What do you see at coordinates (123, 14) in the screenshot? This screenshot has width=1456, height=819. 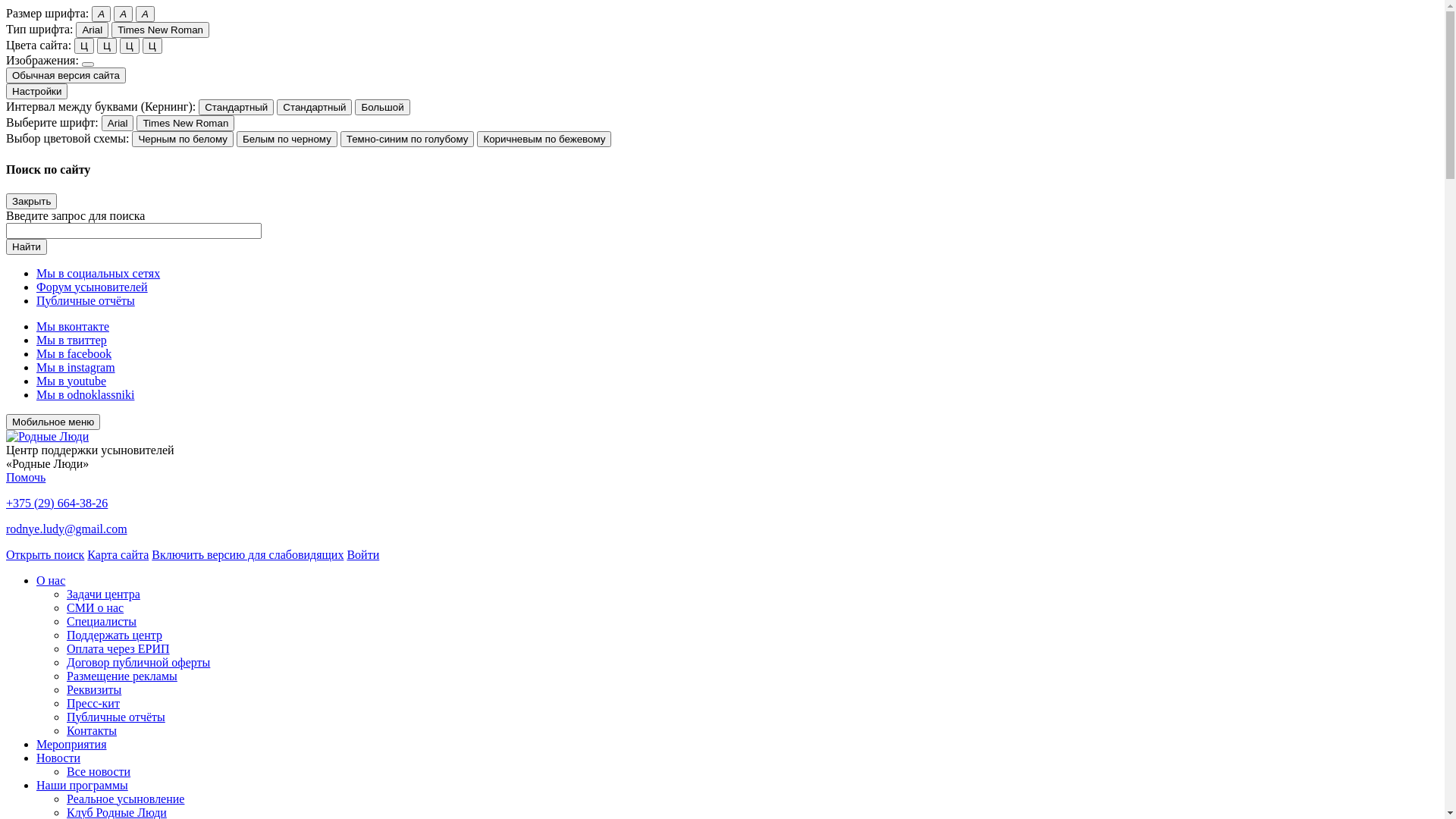 I see `'A'` at bounding box center [123, 14].